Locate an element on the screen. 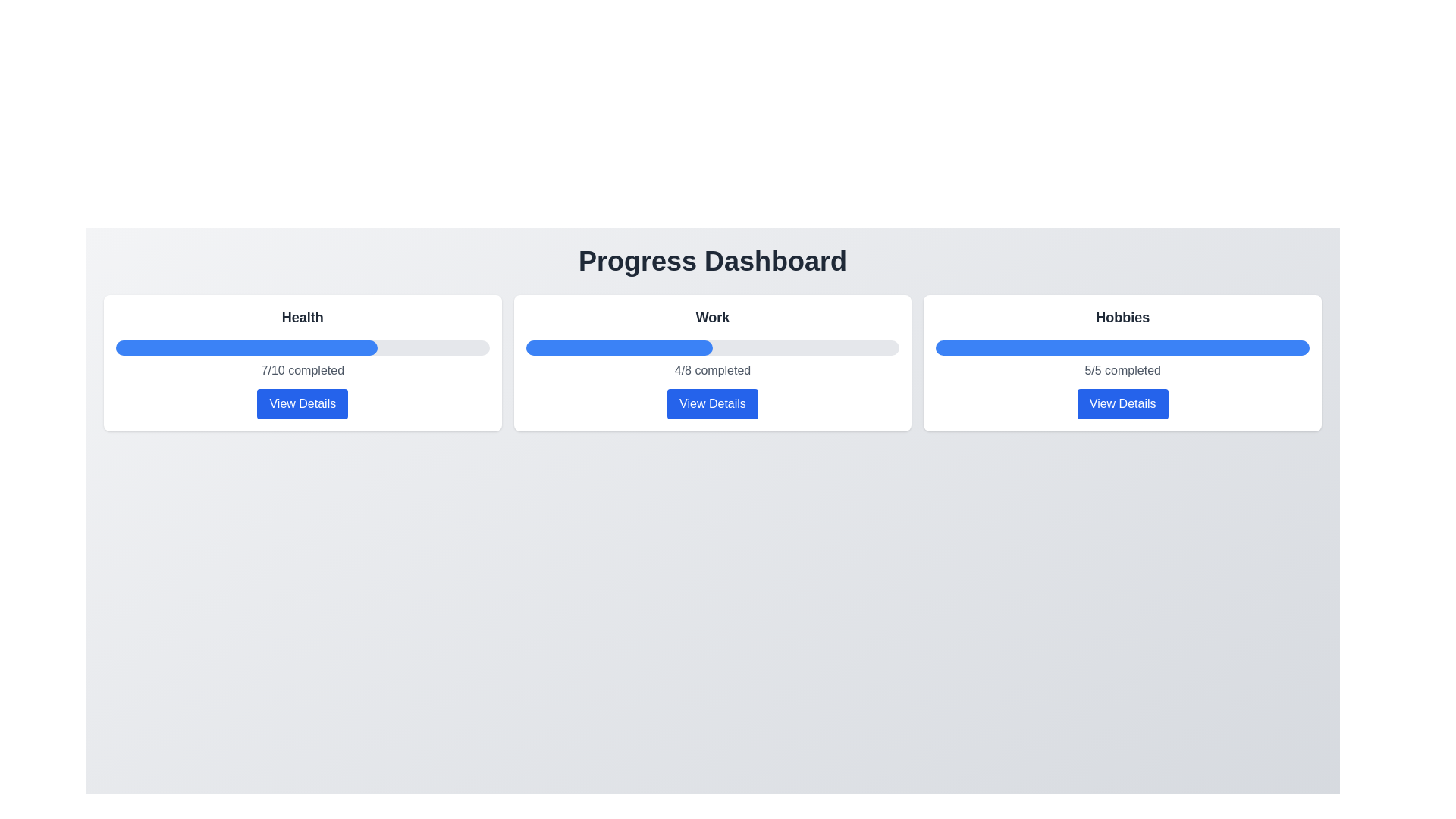 This screenshot has width=1456, height=819. the text label that displays the progress of completed and total steps, located below the progress bar in the first card of the 'Health' section is located at coordinates (303, 371).